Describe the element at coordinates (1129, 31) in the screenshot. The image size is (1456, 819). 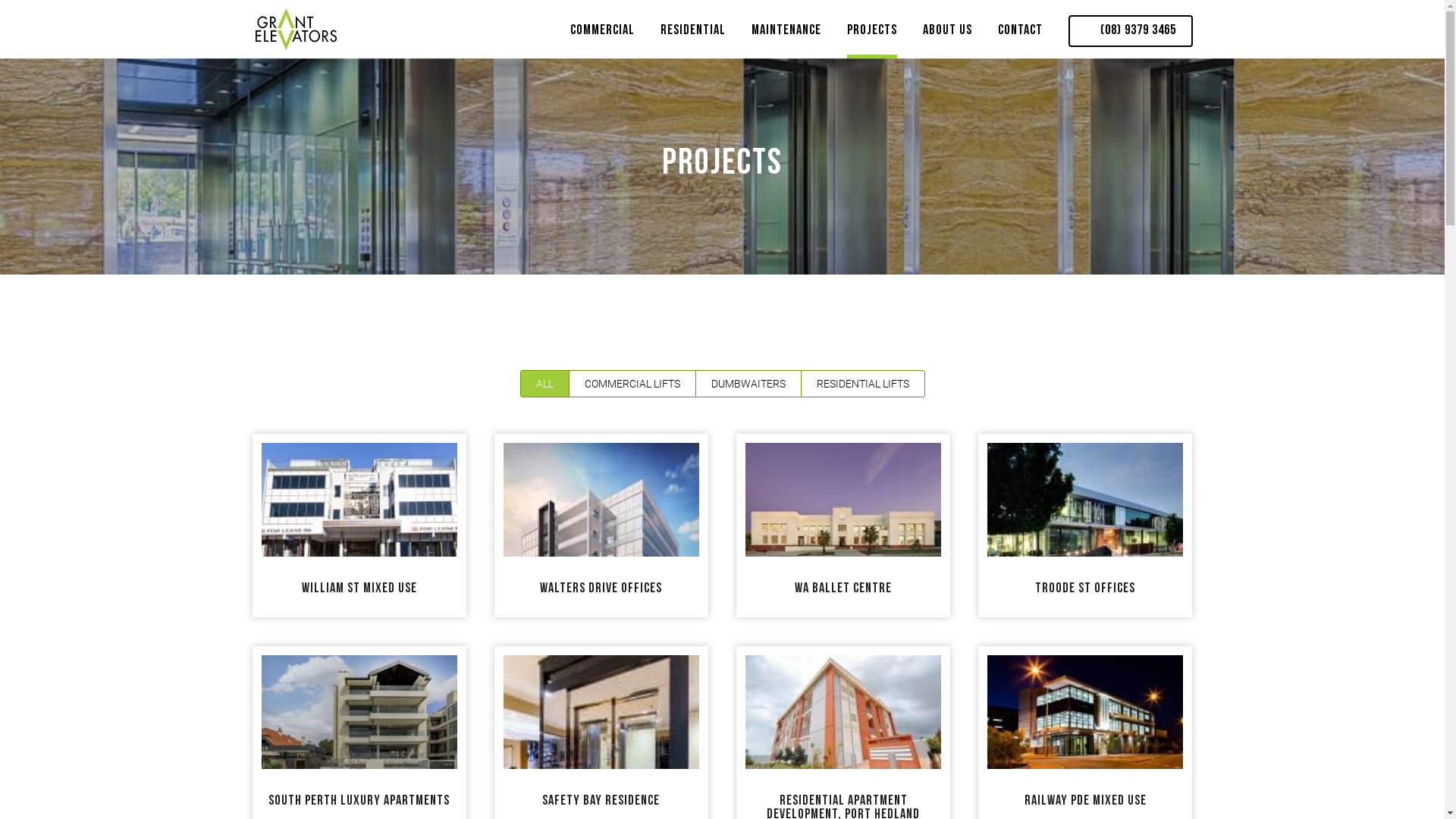
I see `'(08) 9379 3465'` at that location.